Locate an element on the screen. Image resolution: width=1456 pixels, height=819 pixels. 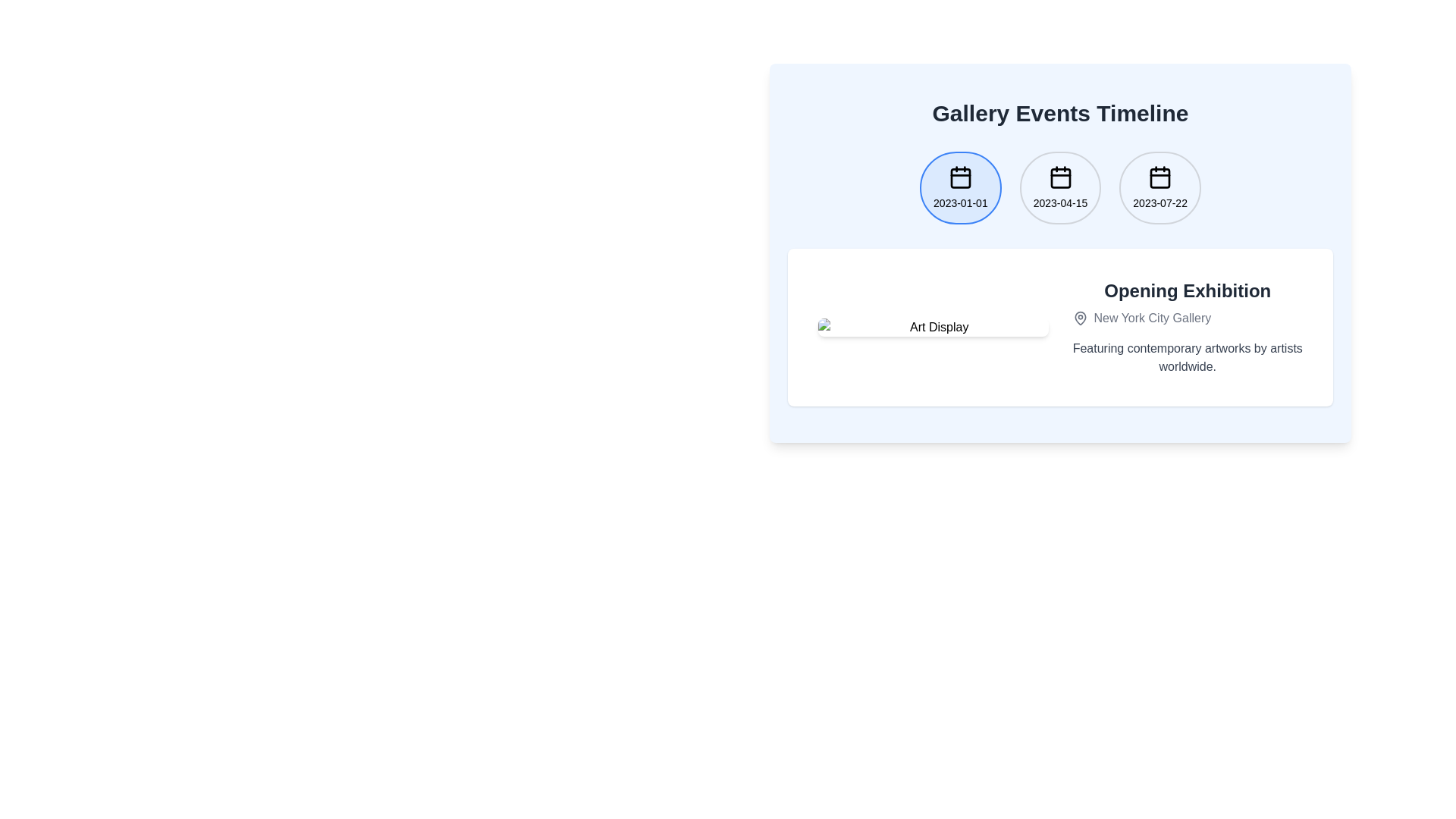
the calendar icon representing the date '2023-07-22', which is the third option in the horizontal list of date selectors under the 'Gallery Events Timeline' heading is located at coordinates (1159, 177).